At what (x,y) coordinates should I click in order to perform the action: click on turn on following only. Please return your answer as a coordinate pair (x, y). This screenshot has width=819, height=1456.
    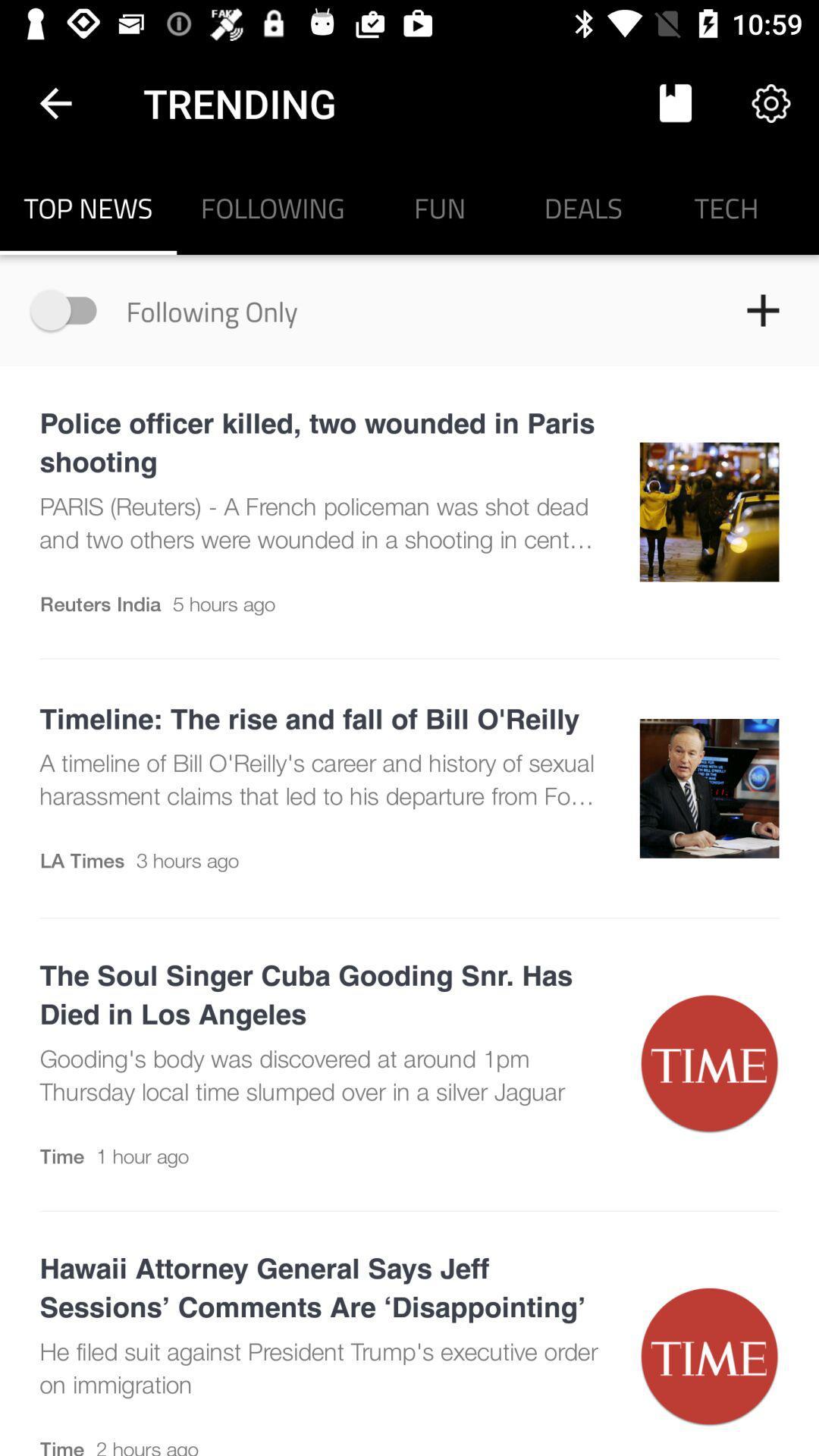
    Looking at the image, I should click on (71, 309).